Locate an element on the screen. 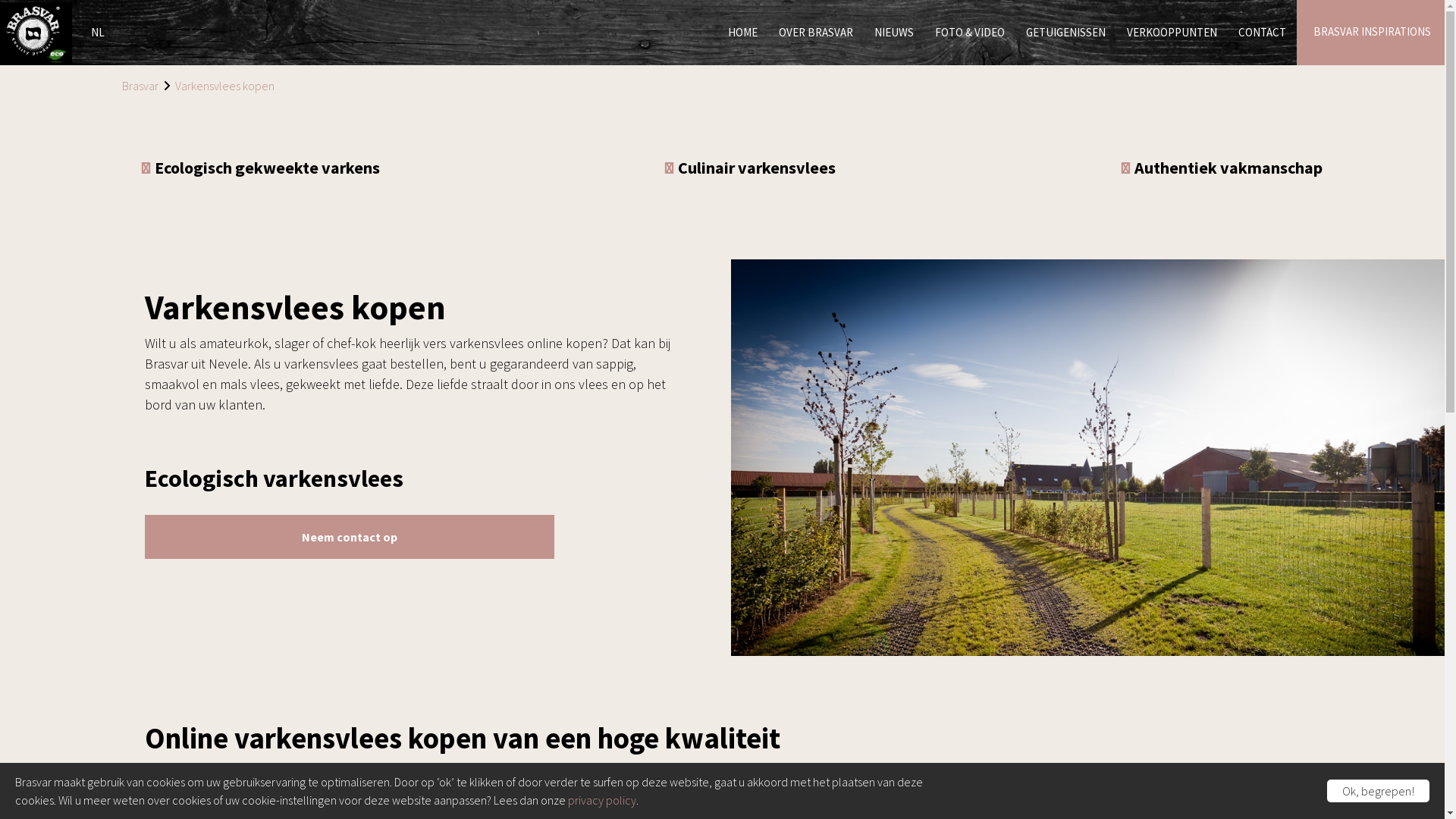 This screenshot has height=819, width=1456. 'FOTO & VIDEO' is located at coordinates (968, 33).